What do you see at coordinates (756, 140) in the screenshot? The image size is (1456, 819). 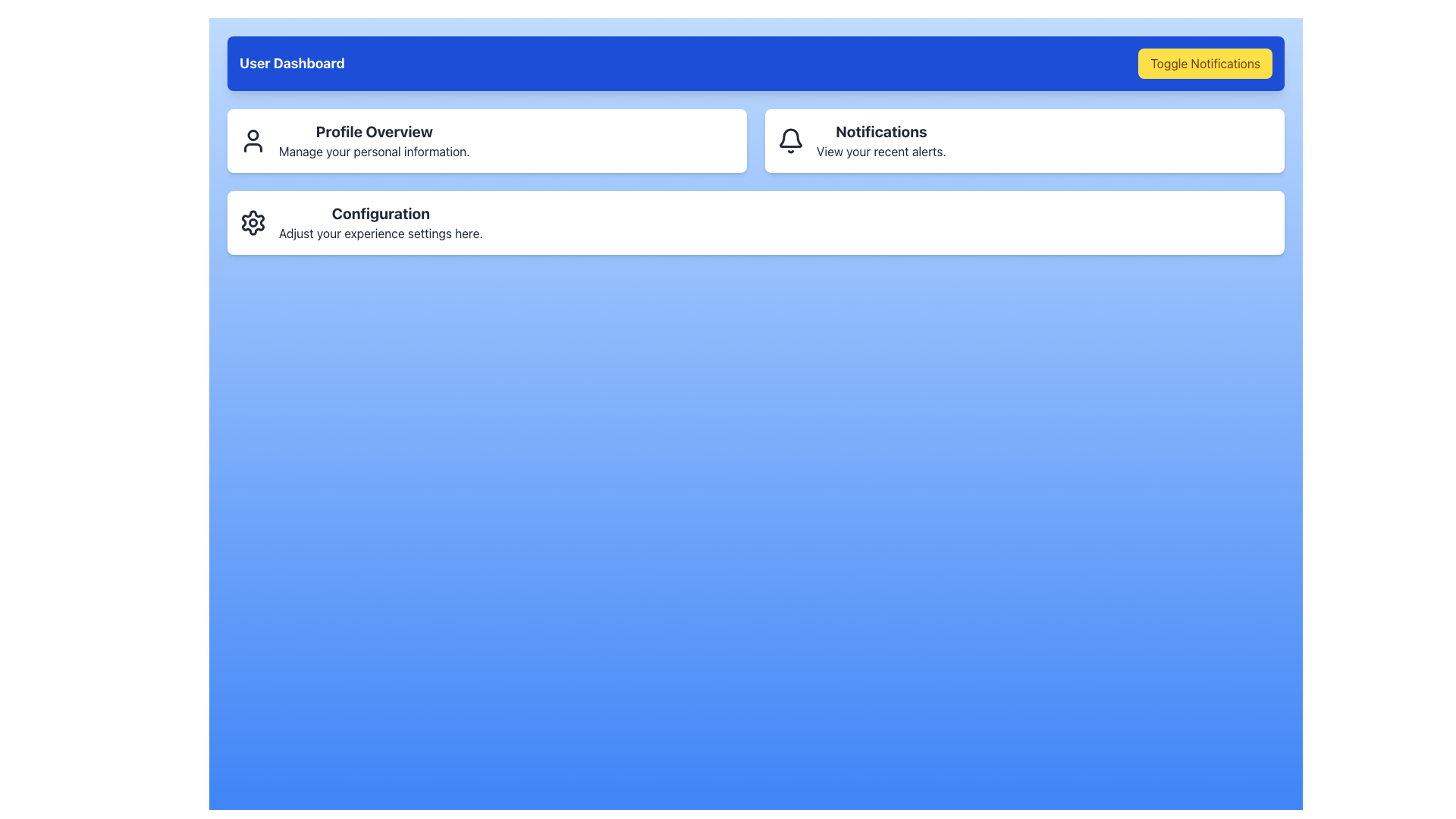 I see `the central grid layout containing informational cards that organizes Profile and Notifications sections to interact with the contained elements` at bounding box center [756, 140].